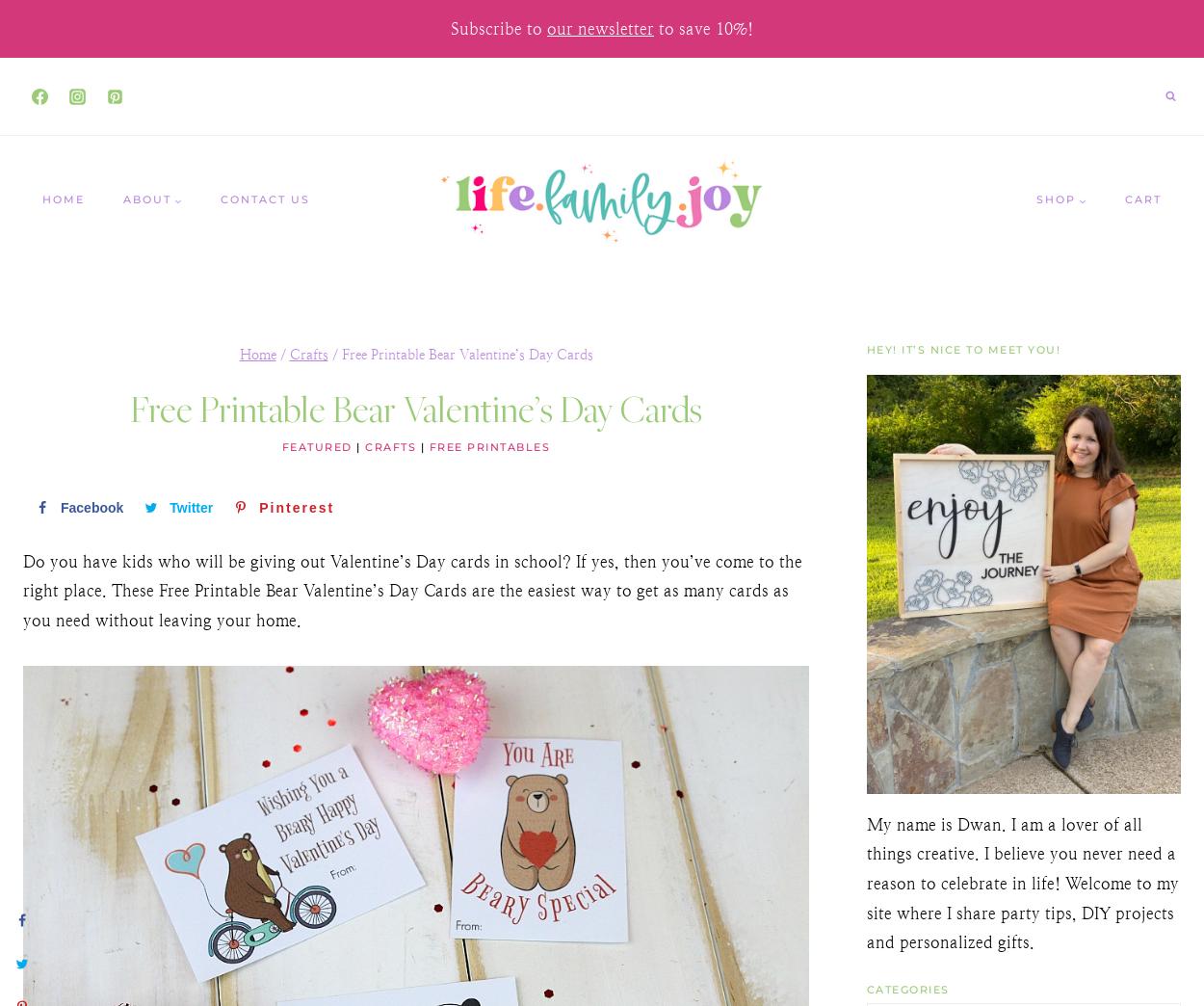  What do you see at coordinates (91, 507) in the screenshot?
I see `'Facebook'` at bounding box center [91, 507].